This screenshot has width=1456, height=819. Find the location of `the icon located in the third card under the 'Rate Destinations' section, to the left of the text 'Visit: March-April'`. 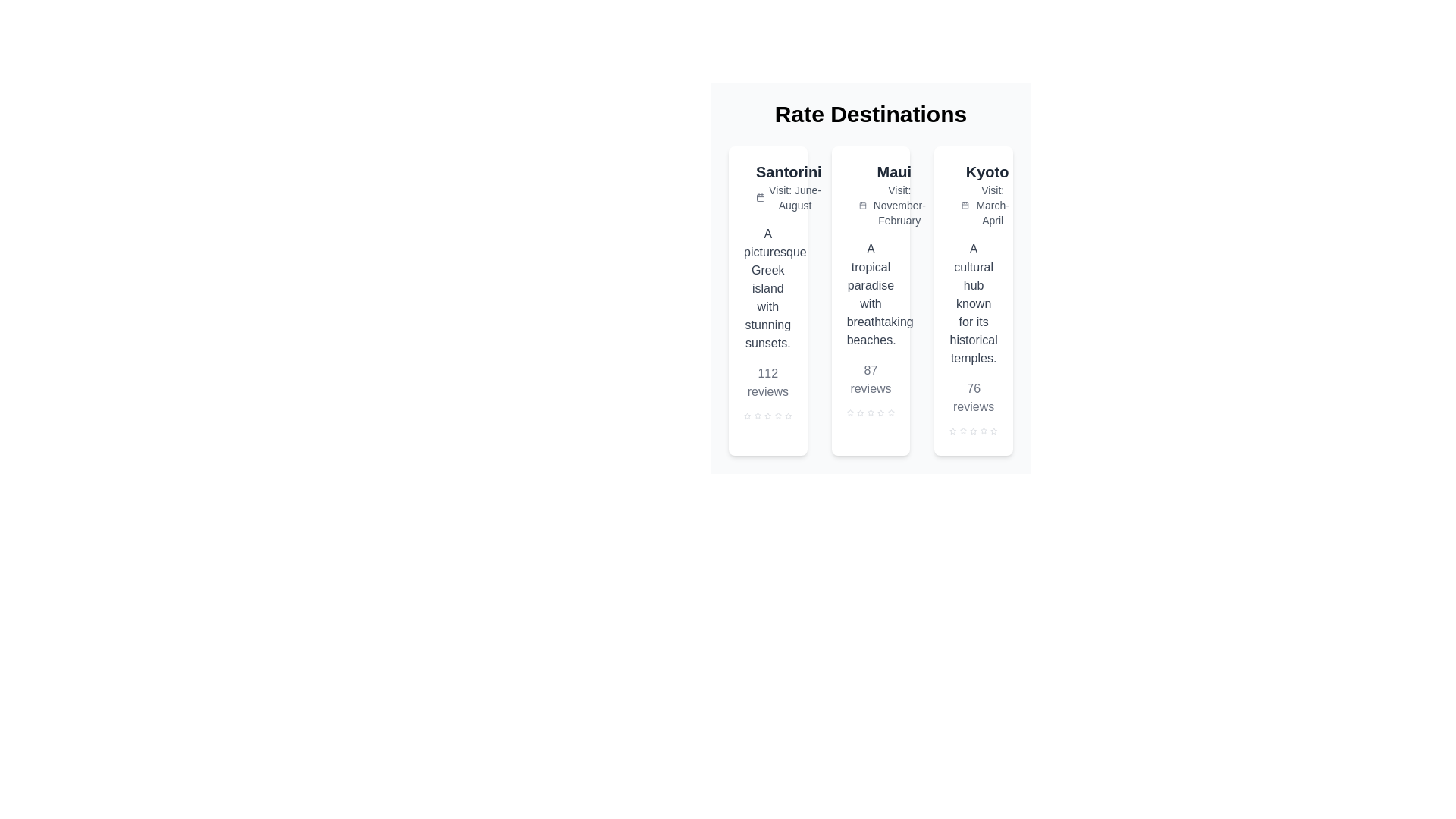

the icon located in the third card under the 'Rate Destinations' section, to the left of the text 'Visit: March-April' is located at coordinates (965, 205).